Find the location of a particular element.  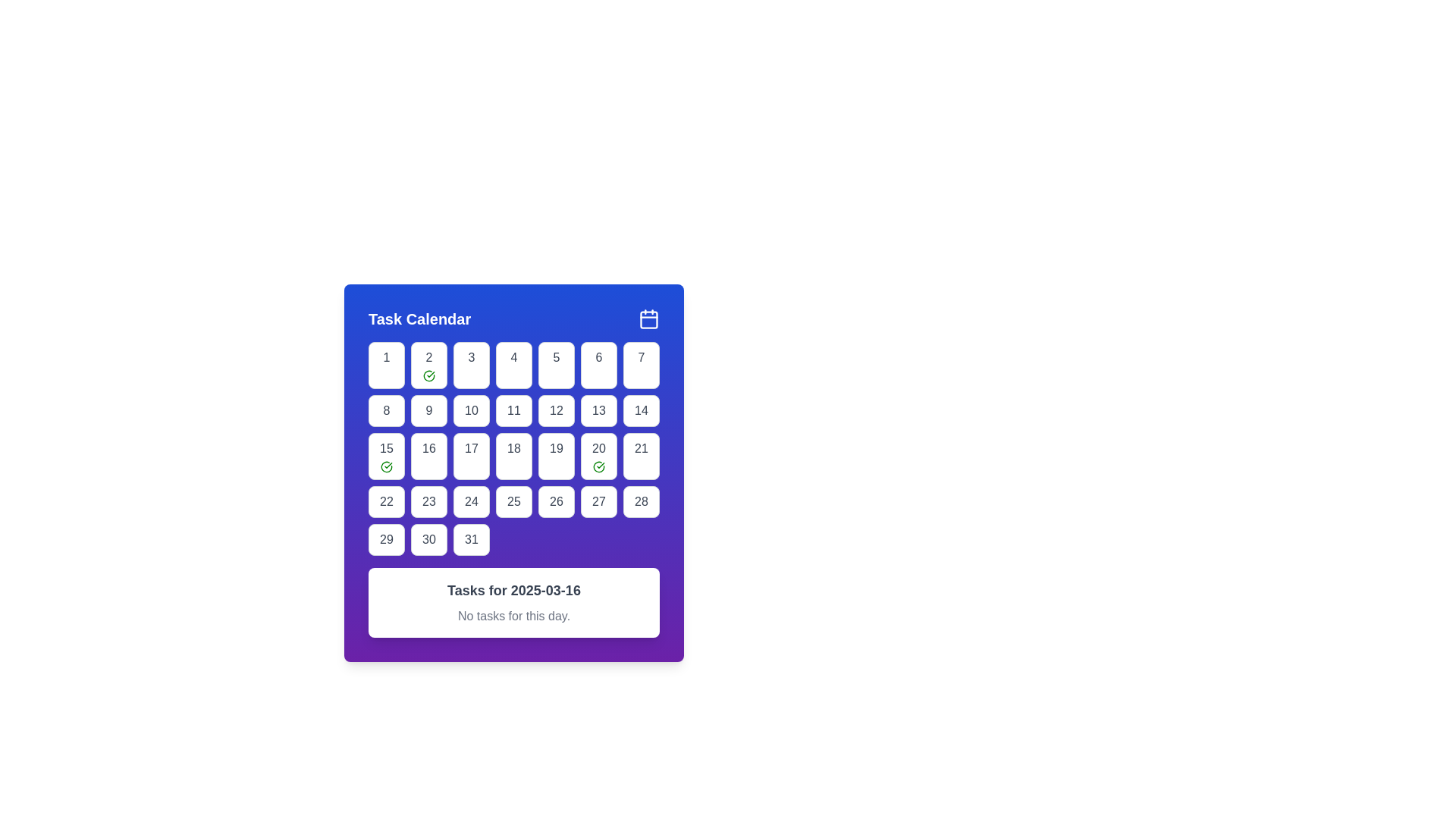

date information displayed by the text label showing the number 15, located in the second row and third column of the calendar grid is located at coordinates (386, 447).